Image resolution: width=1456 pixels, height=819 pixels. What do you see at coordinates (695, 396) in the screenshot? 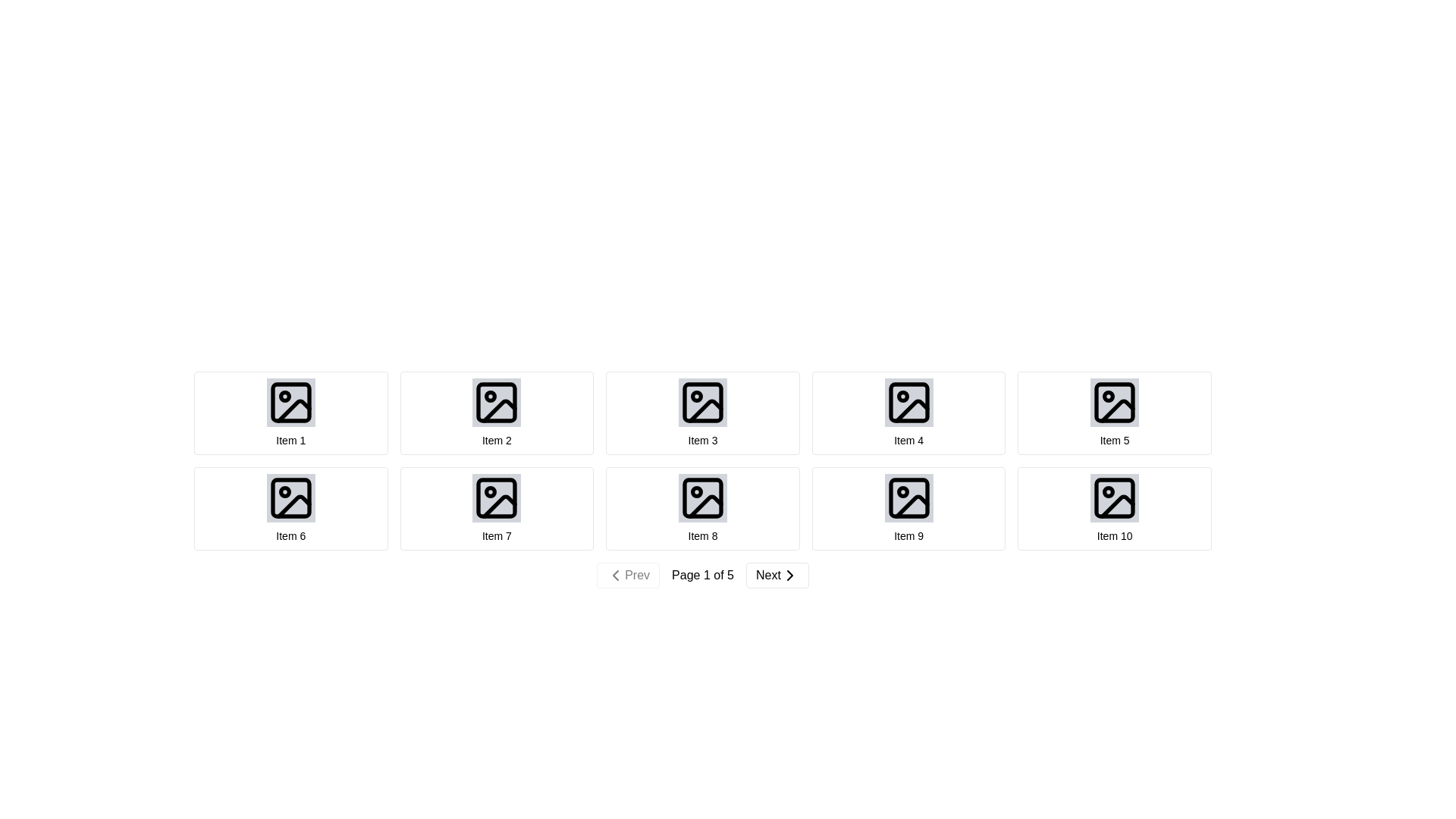
I see `the small circular dot located inside the image icon representing 'Item 3' in the first row and third column of the grid` at bounding box center [695, 396].